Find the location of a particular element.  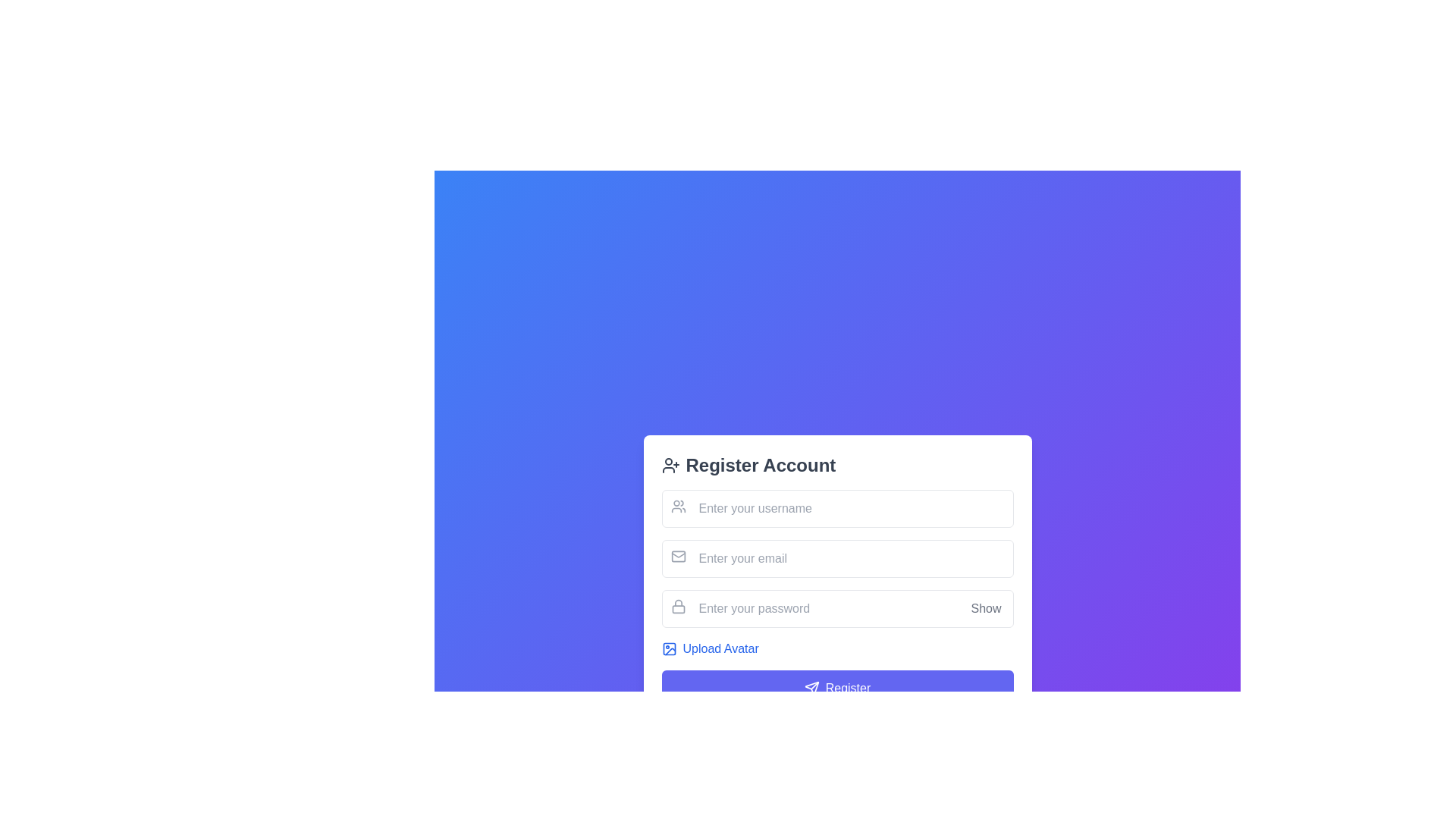

the submit button located at the bottom of the form is located at coordinates (836, 688).